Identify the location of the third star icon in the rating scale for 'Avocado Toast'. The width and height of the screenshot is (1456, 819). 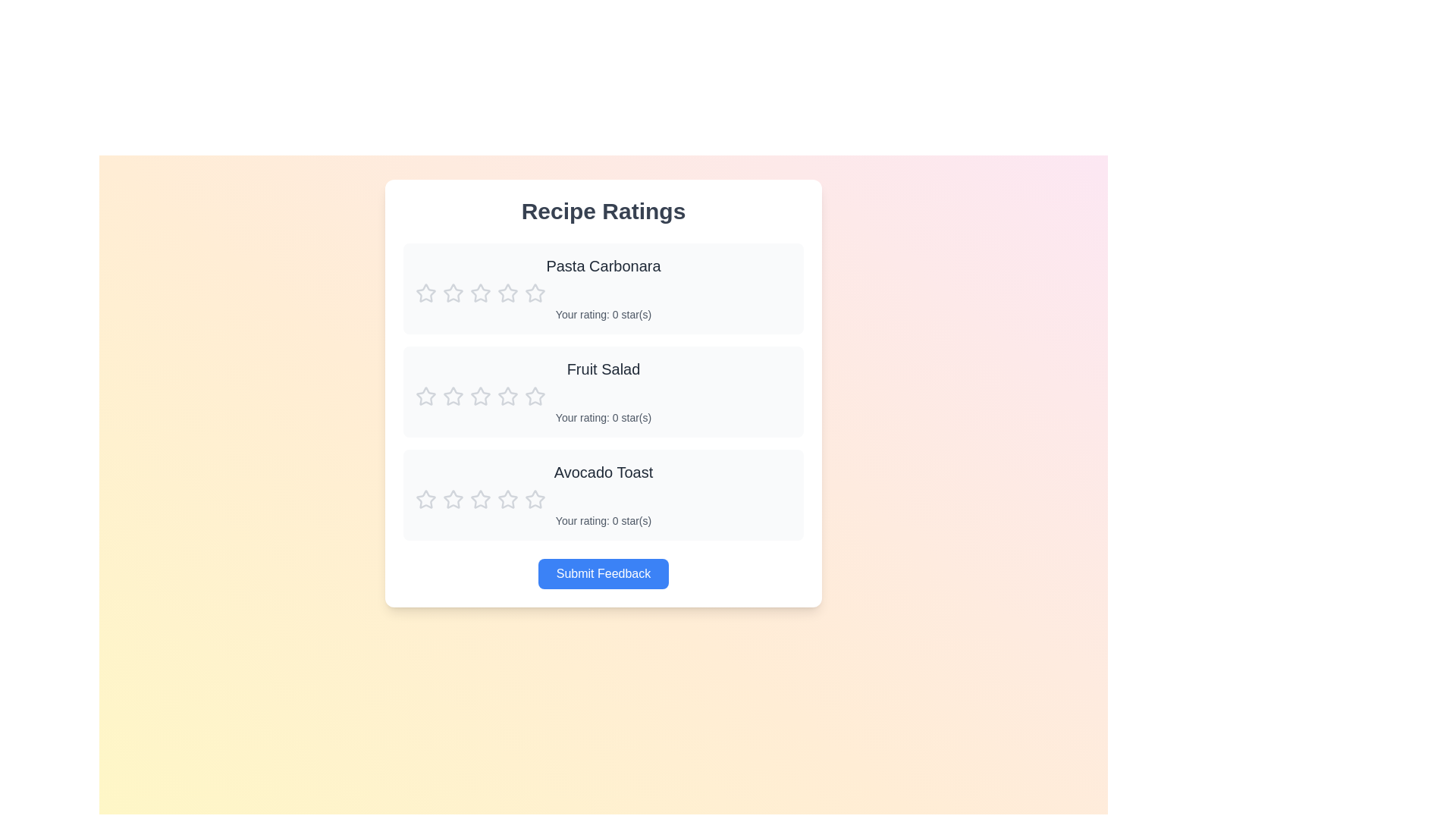
(453, 500).